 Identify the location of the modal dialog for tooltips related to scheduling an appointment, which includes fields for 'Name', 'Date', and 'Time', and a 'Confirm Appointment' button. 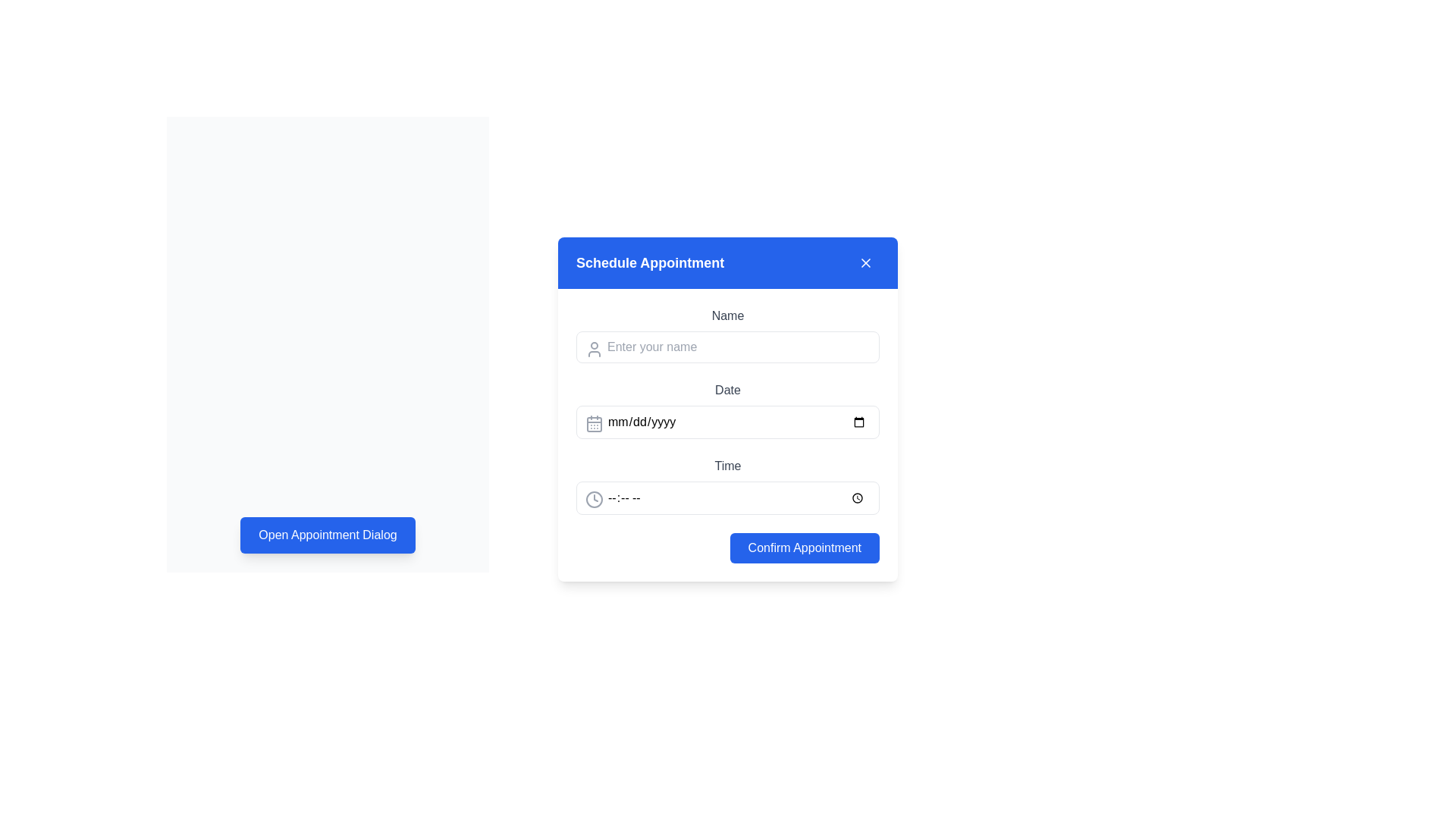
(728, 409).